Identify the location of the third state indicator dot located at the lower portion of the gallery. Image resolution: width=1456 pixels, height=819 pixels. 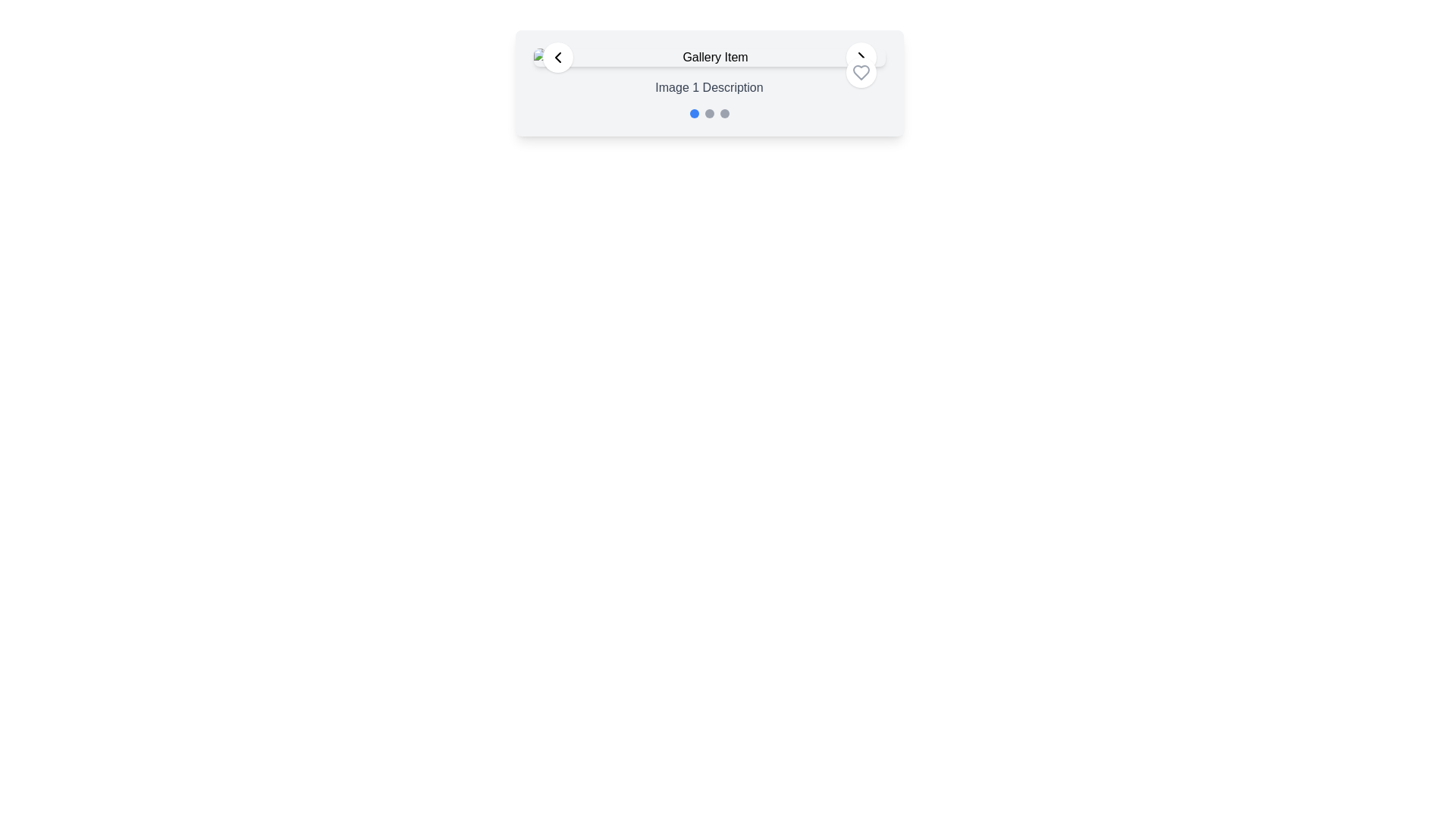
(723, 113).